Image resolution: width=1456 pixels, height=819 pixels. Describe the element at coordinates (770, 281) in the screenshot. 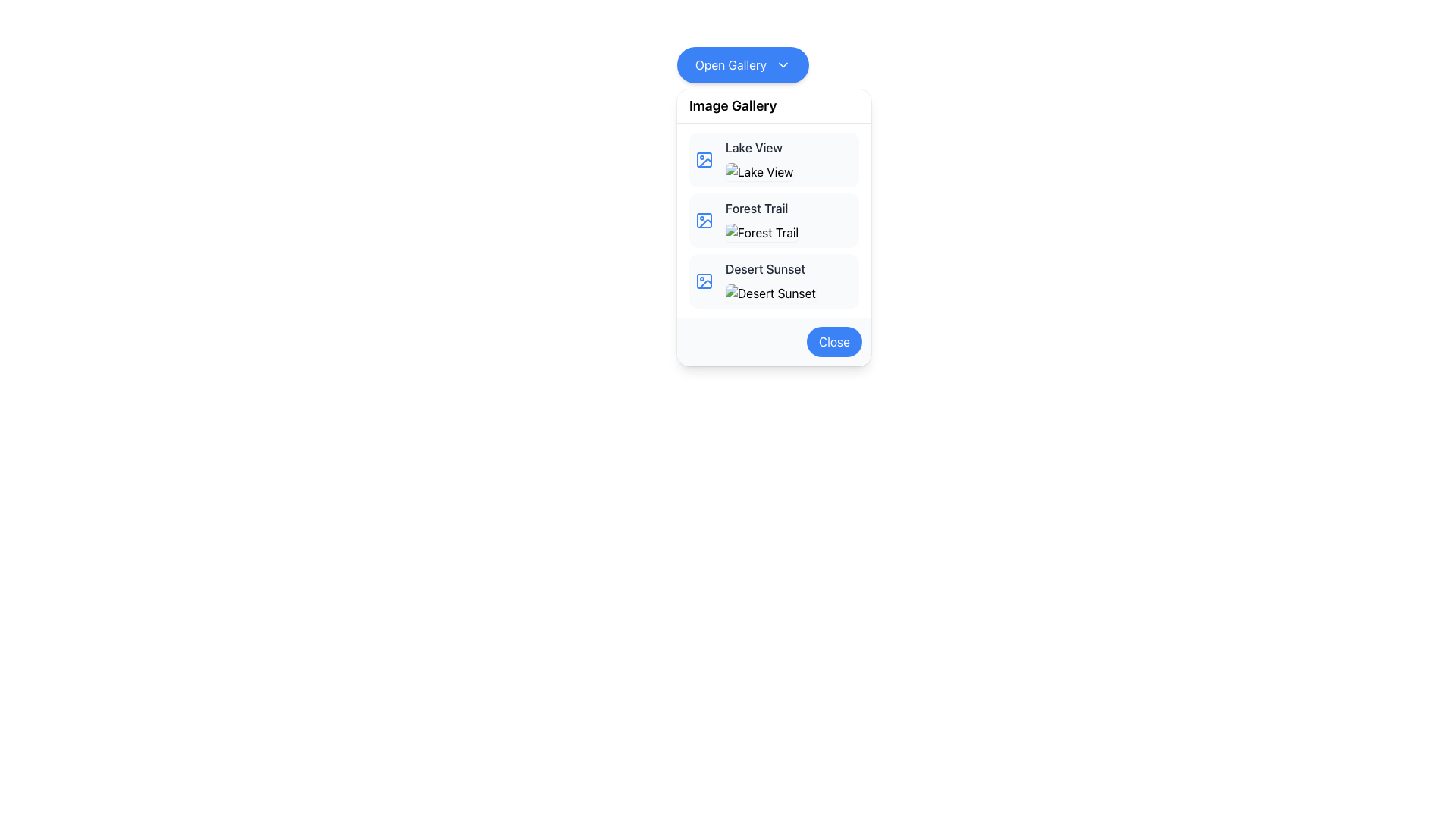

I see `the third item in the image gallery labeled 'Desert Sunset'` at that location.